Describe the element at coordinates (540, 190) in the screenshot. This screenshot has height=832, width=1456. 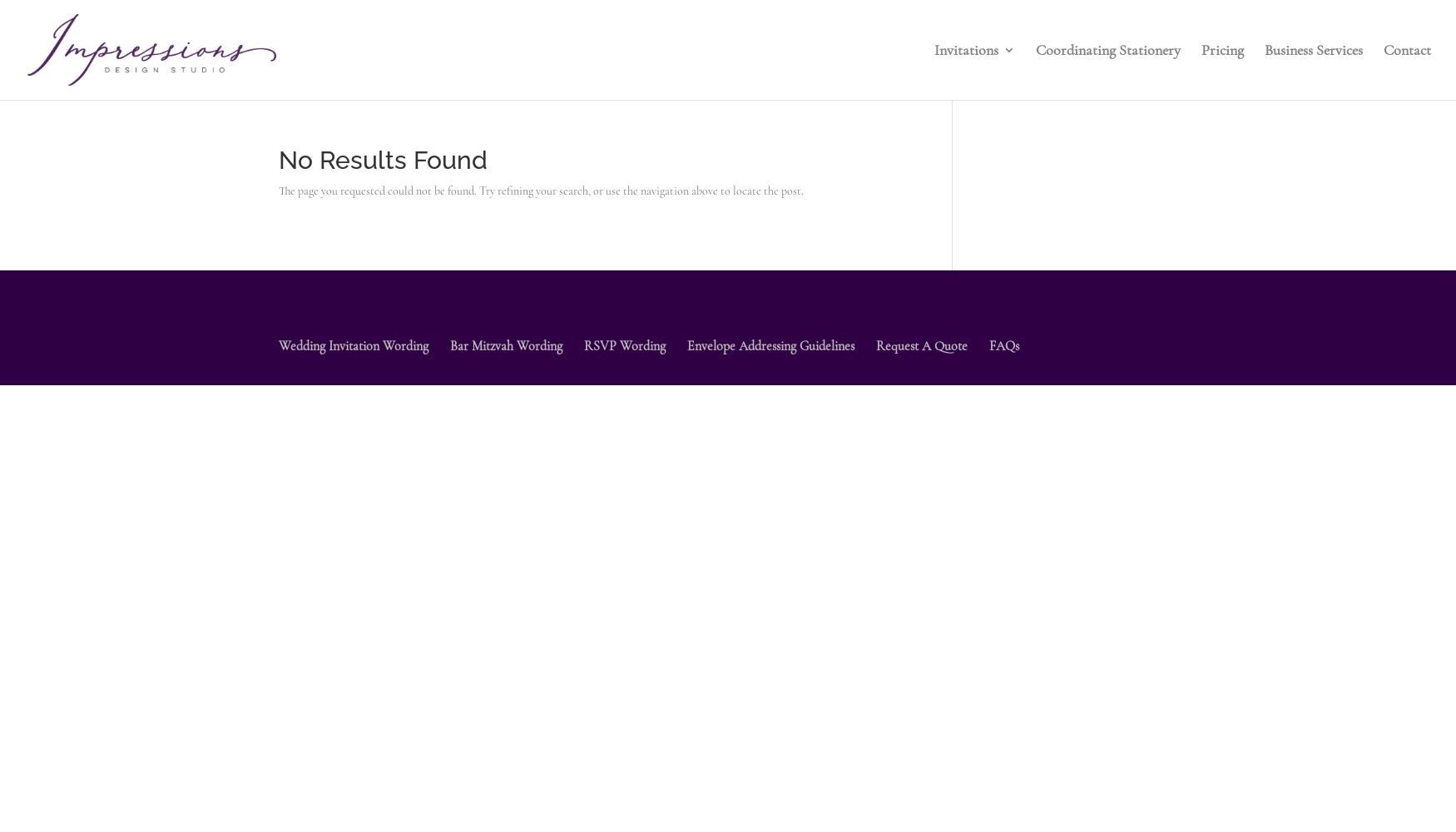
I see `'The page you requested could not be found. Try refining your search, or use the navigation above to locate the post.'` at that location.